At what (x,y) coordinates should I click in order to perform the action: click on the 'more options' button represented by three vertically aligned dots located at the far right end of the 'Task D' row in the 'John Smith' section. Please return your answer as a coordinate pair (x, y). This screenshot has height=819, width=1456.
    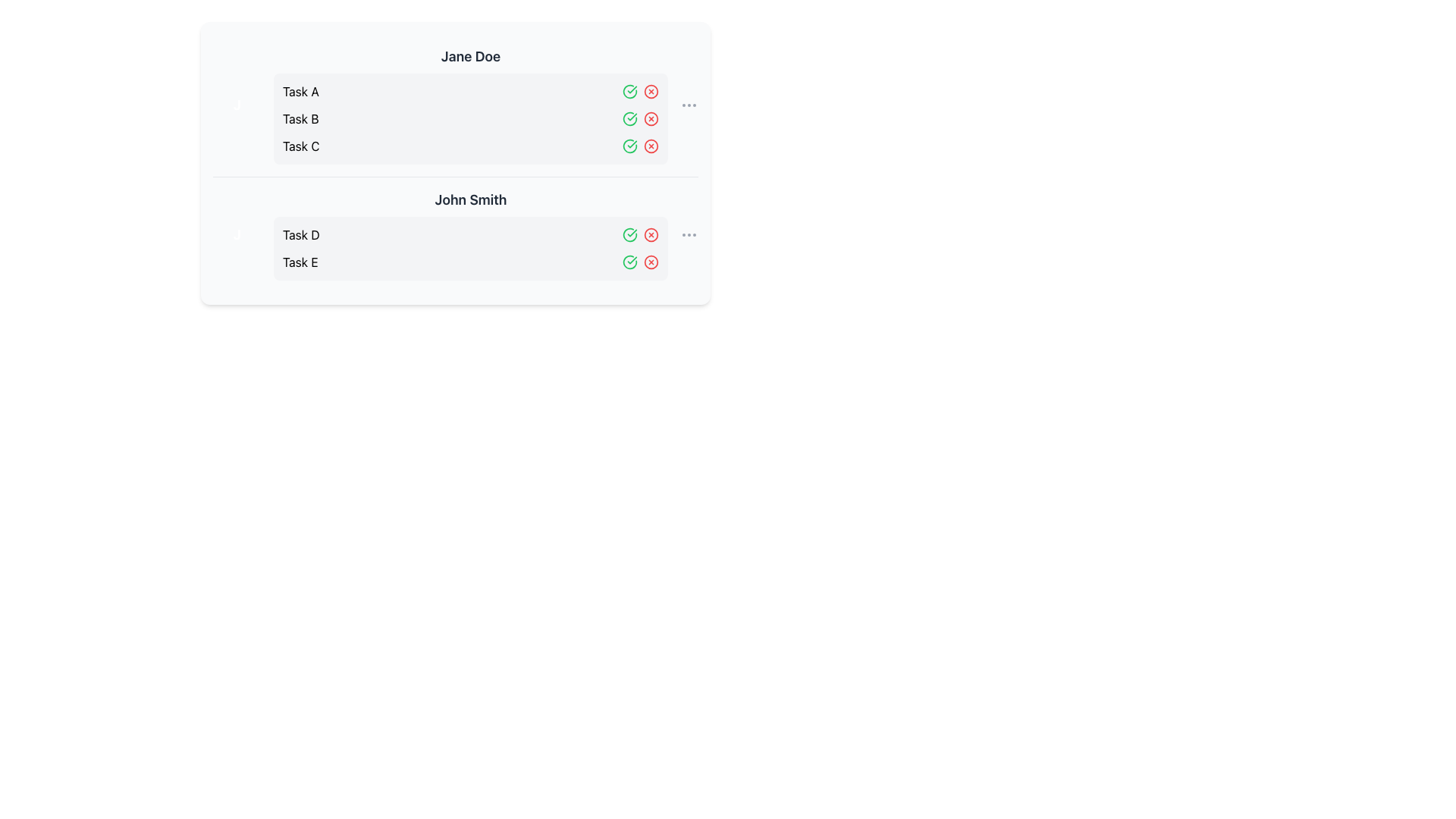
    Looking at the image, I should click on (688, 234).